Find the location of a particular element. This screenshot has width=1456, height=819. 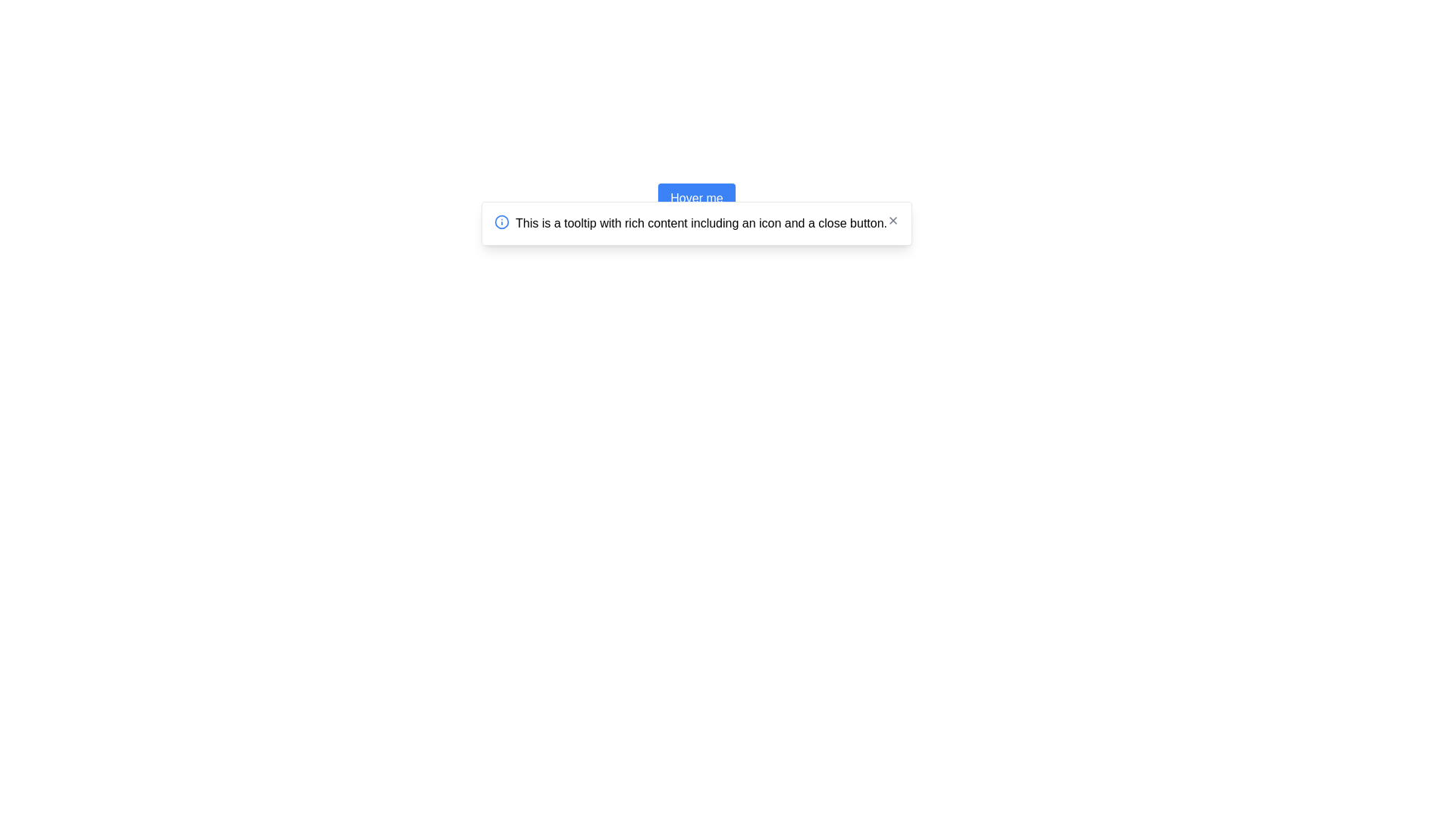

the circular blue icon with a white background and an outlined 'i' symbol, which is positioned at the beginning of the tooltip content is located at coordinates (502, 222).